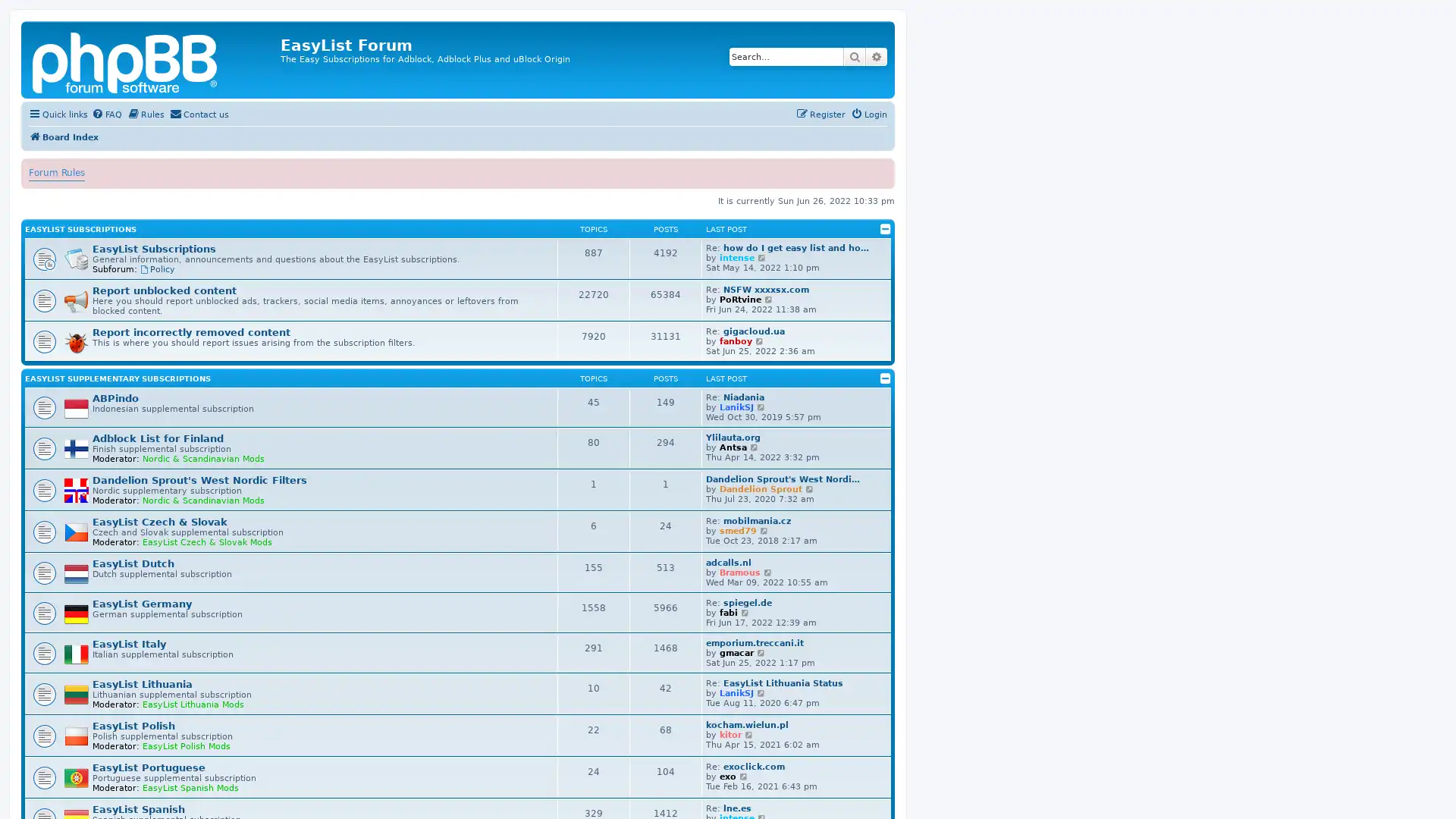  What do you see at coordinates (855, 55) in the screenshot?
I see `Search` at bounding box center [855, 55].